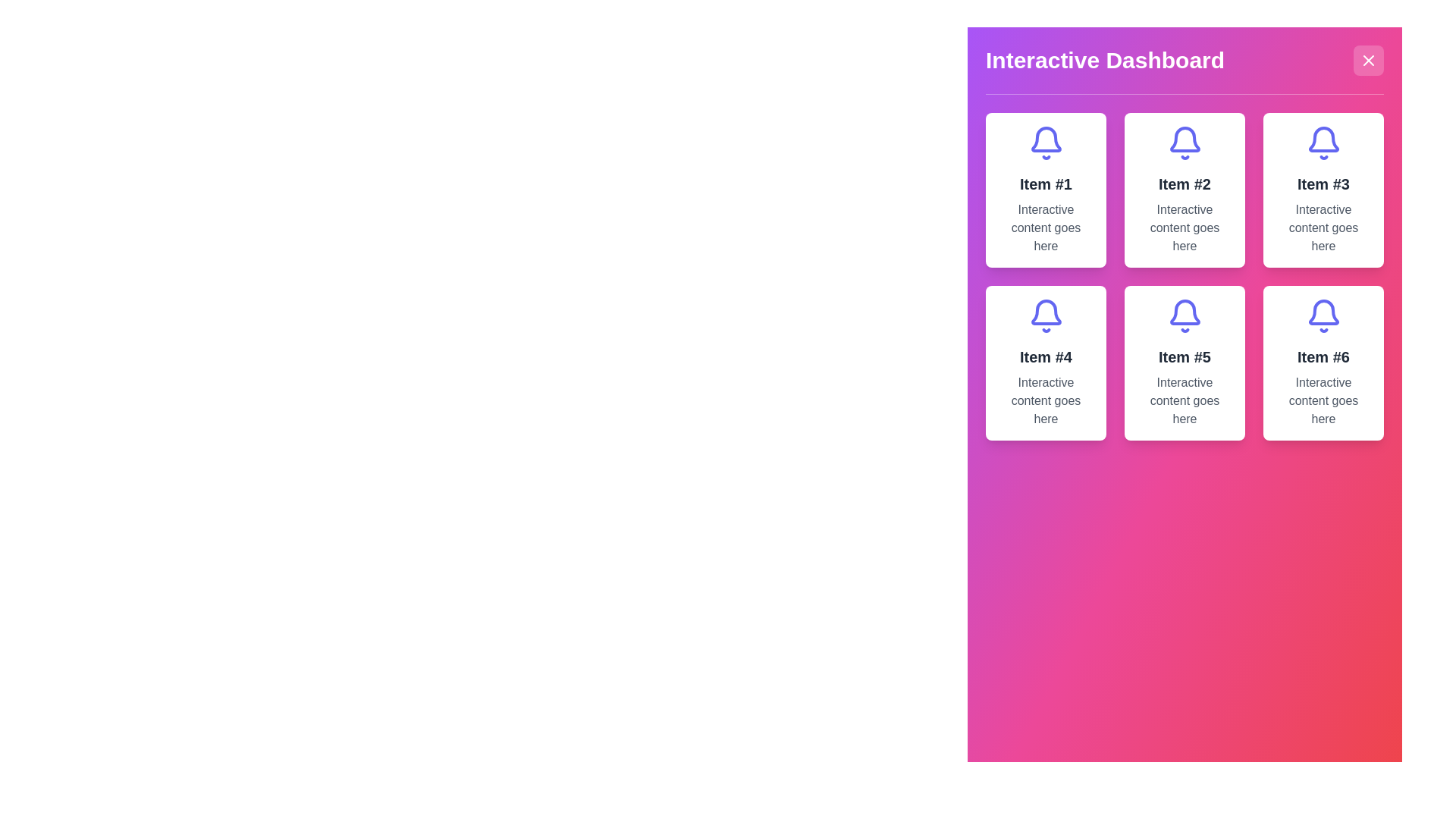 This screenshot has width=1456, height=819. Describe the element at coordinates (1323, 315) in the screenshot. I see `the notification icon located within the card labeled 'Item #6', positioned in the bottom right corner of the 2x3 grid layout` at that location.